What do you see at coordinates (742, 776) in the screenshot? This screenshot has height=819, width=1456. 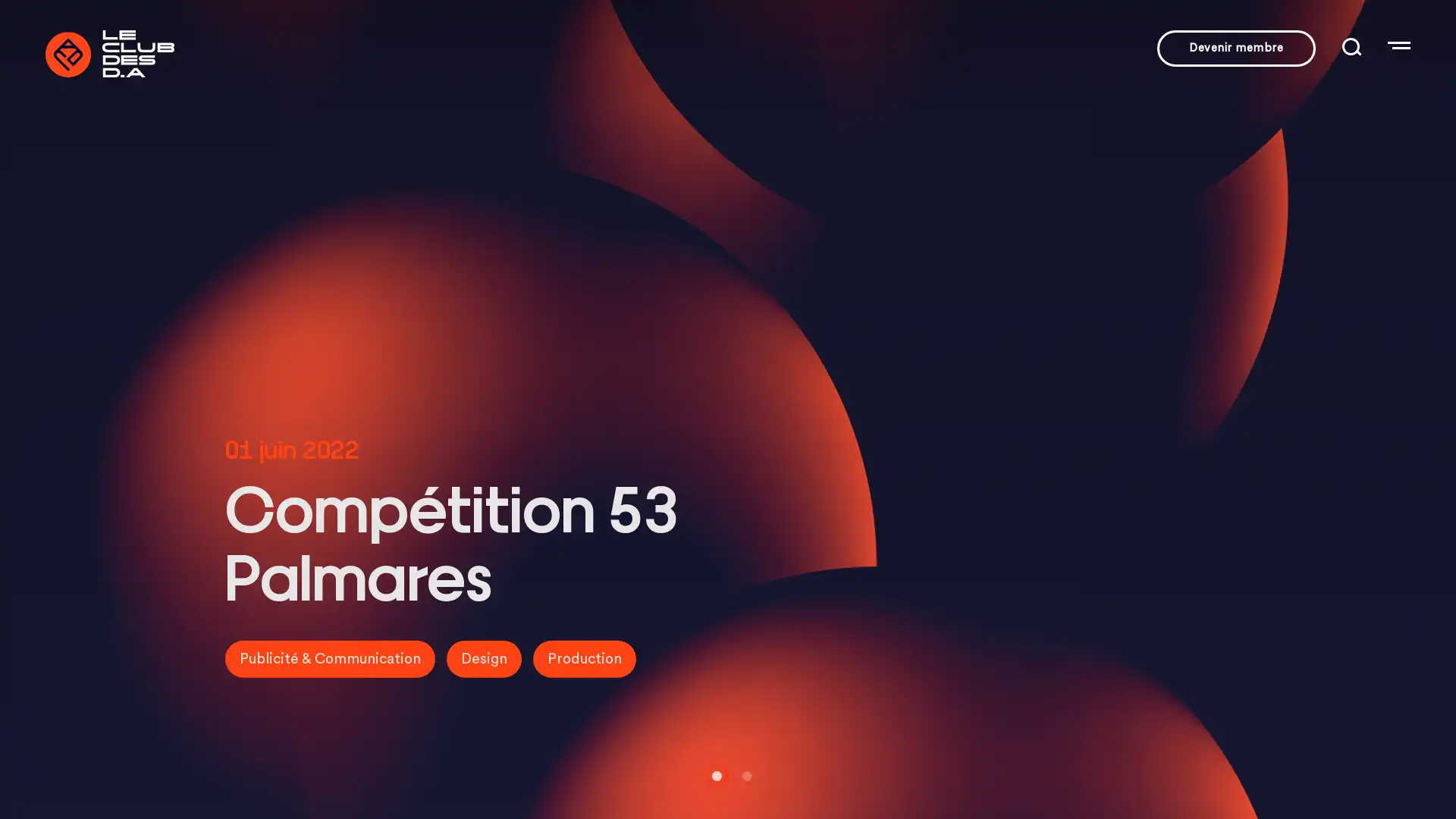 I see `2` at bounding box center [742, 776].